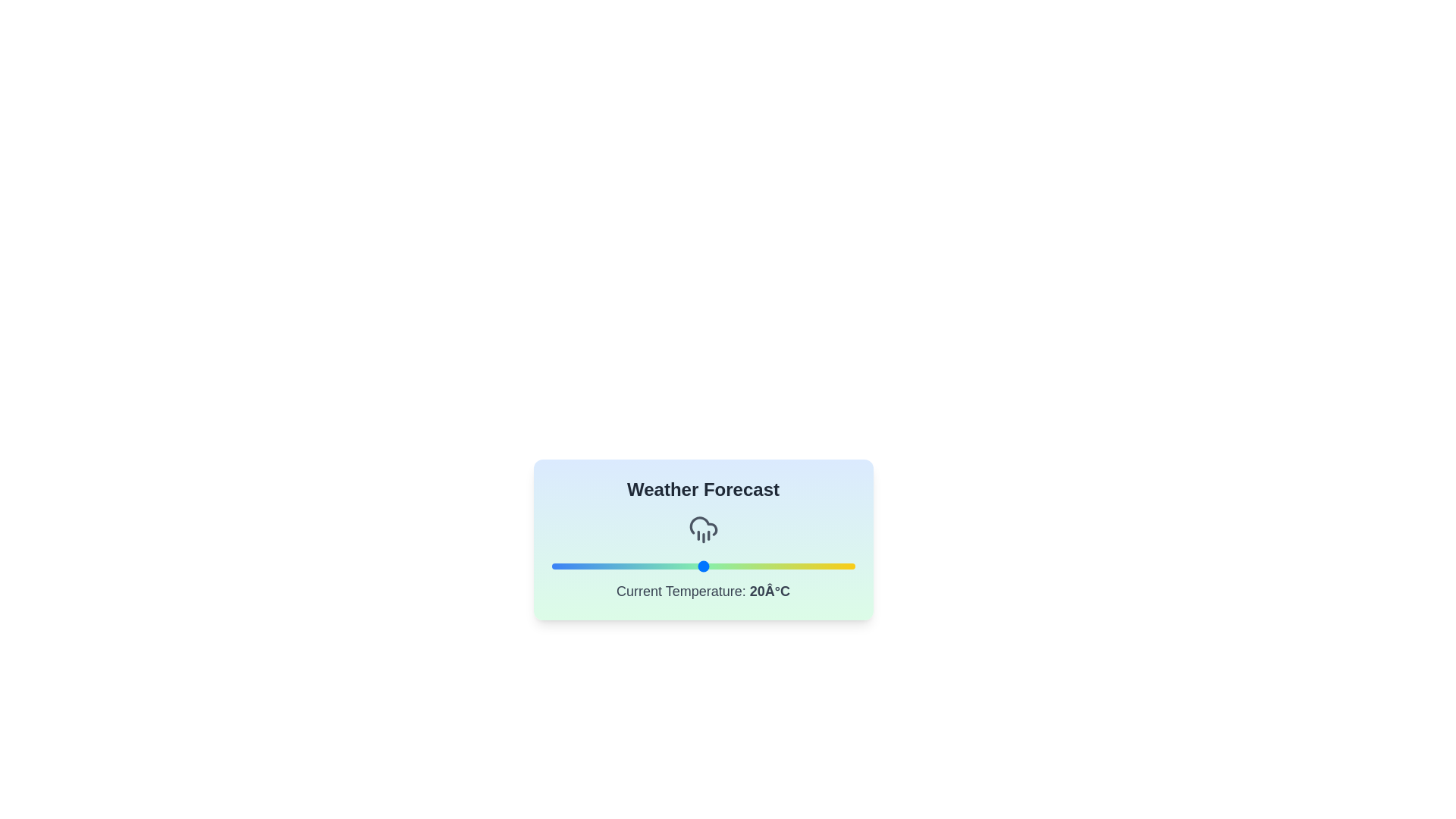  Describe the element at coordinates (620, 566) in the screenshot. I see `the temperature slider to 9°C` at that location.